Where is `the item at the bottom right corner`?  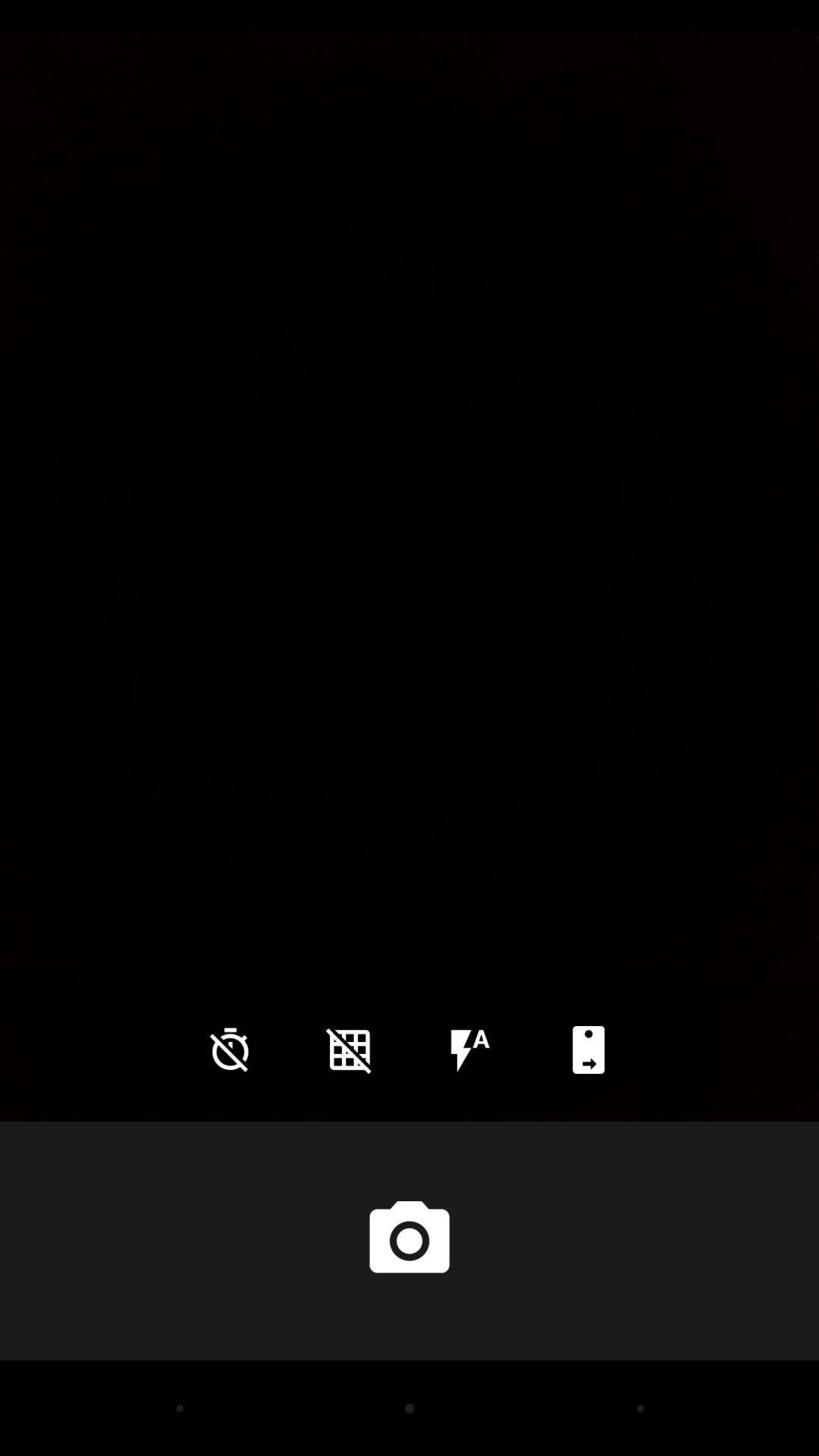
the item at the bottom right corner is located at coordinates (588, 1049).